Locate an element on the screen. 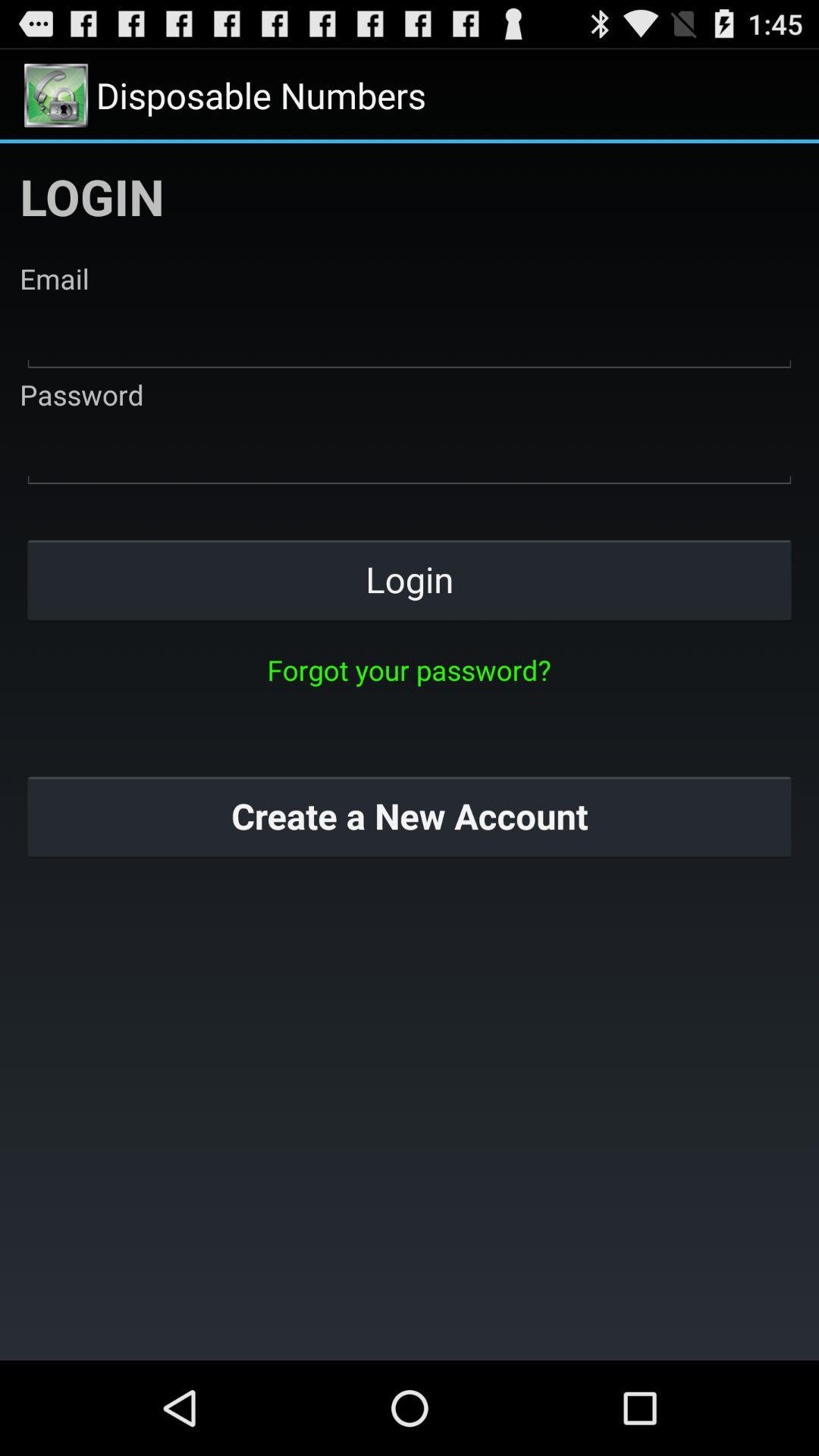  type in email is located at coordinates (409, 335).